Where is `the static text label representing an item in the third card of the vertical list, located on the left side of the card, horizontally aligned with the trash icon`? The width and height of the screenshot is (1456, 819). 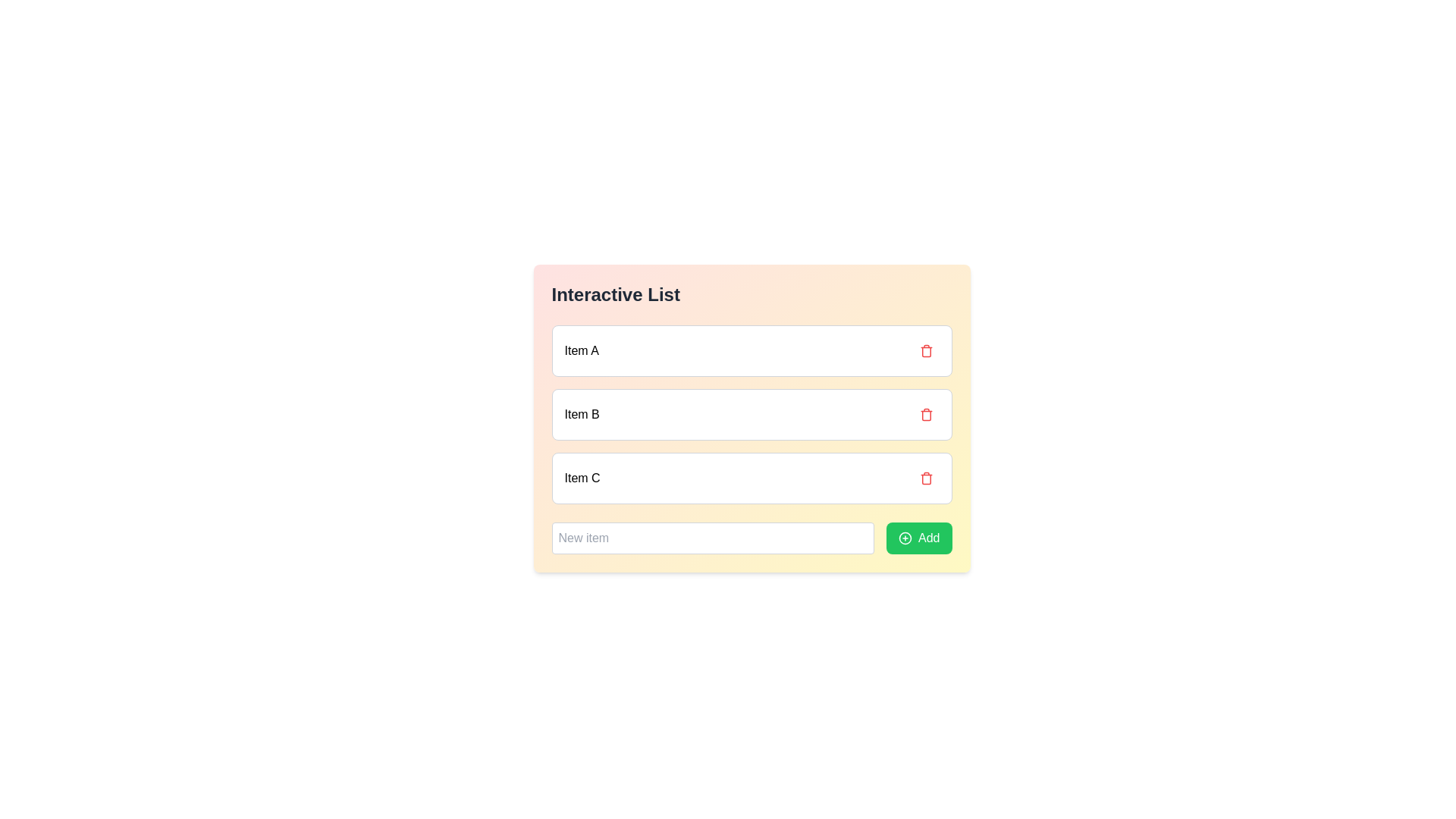 the static text label representing an item in the third card of the vertical list, located on the left side of the card, horizontally aligned with the trash icon is located at coordinates (582, 479).